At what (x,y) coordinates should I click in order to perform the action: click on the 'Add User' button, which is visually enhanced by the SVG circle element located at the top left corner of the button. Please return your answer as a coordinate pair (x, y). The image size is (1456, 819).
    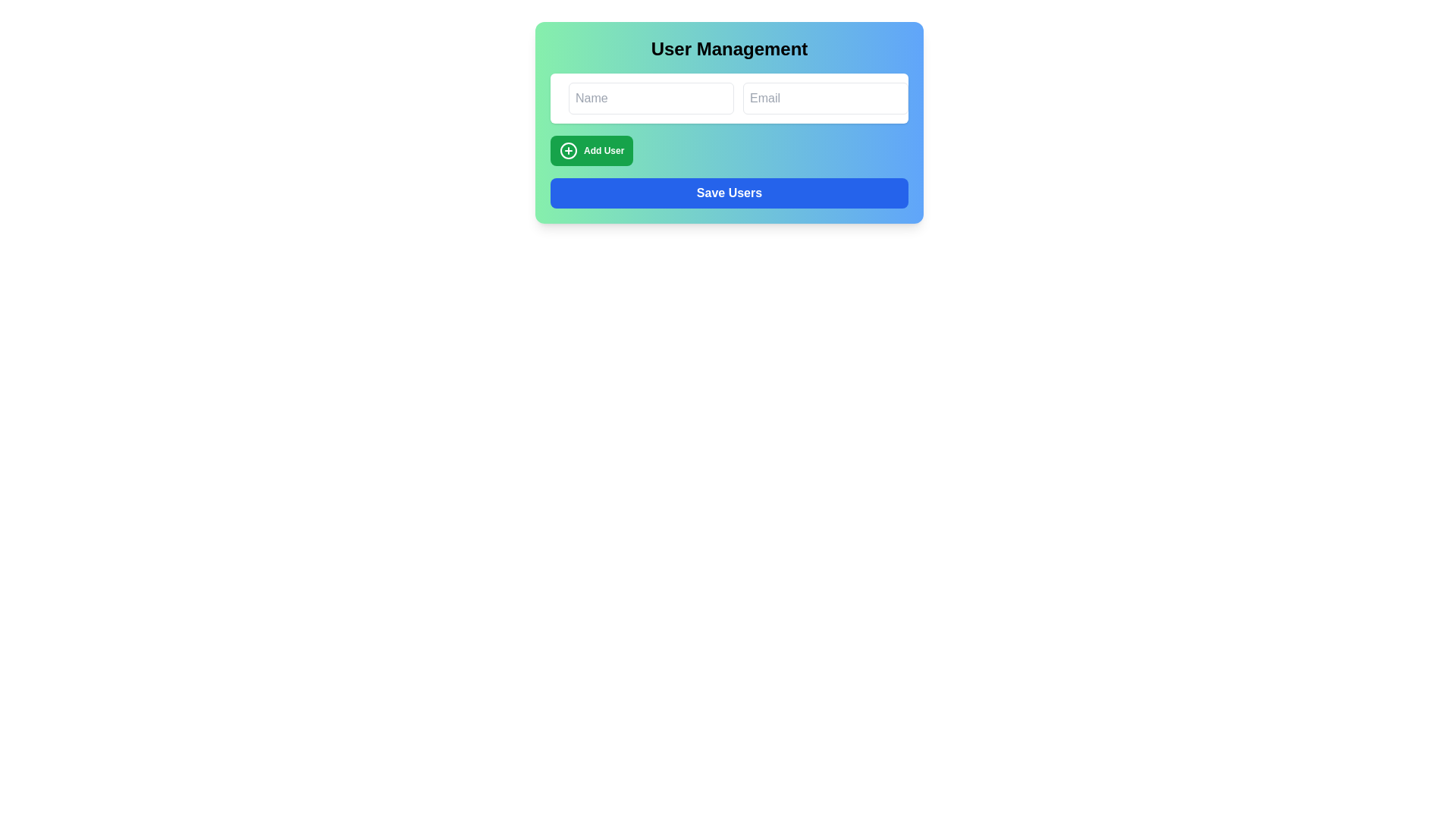
    Looking at the image, I should click on (567, 151).